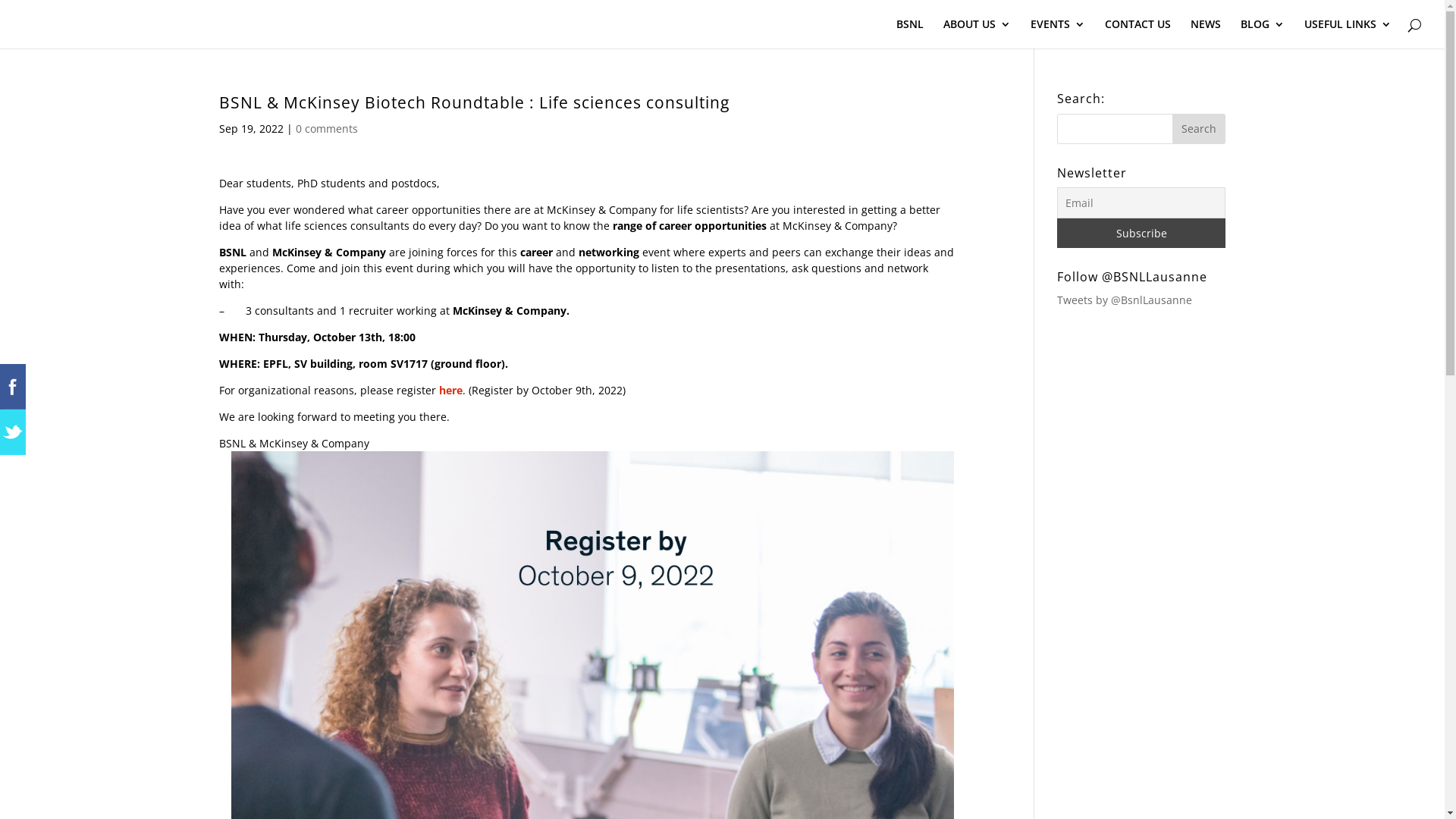  I want to click on 'CONTACT US', so click(1137, 33).